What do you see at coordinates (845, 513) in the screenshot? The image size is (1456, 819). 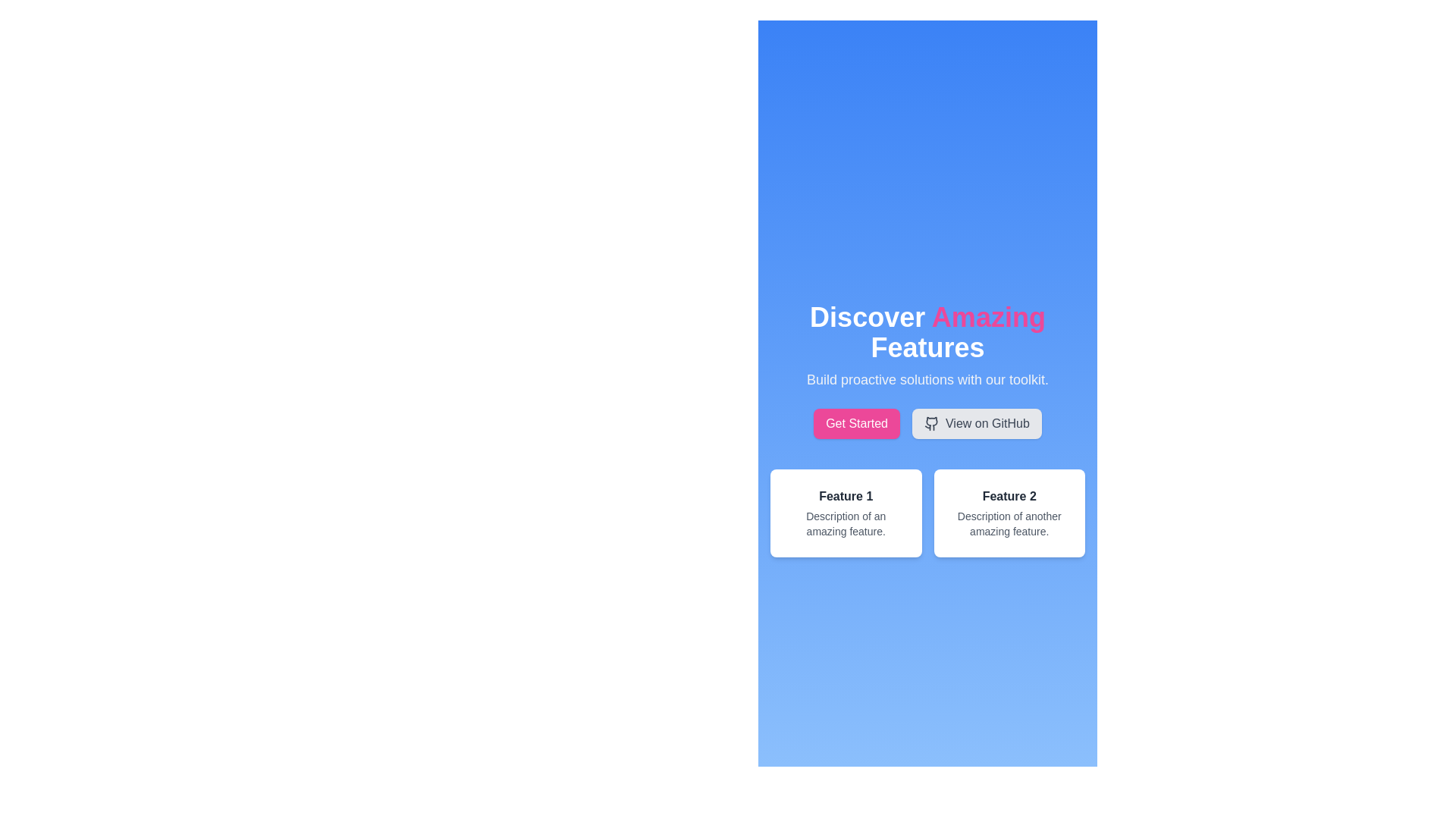 I see `the first informational card in the grid layout, which is located in the leftmost column and presents a feature description below the heading 'Discover Amazing Features'` at bounding box center [845, 513].